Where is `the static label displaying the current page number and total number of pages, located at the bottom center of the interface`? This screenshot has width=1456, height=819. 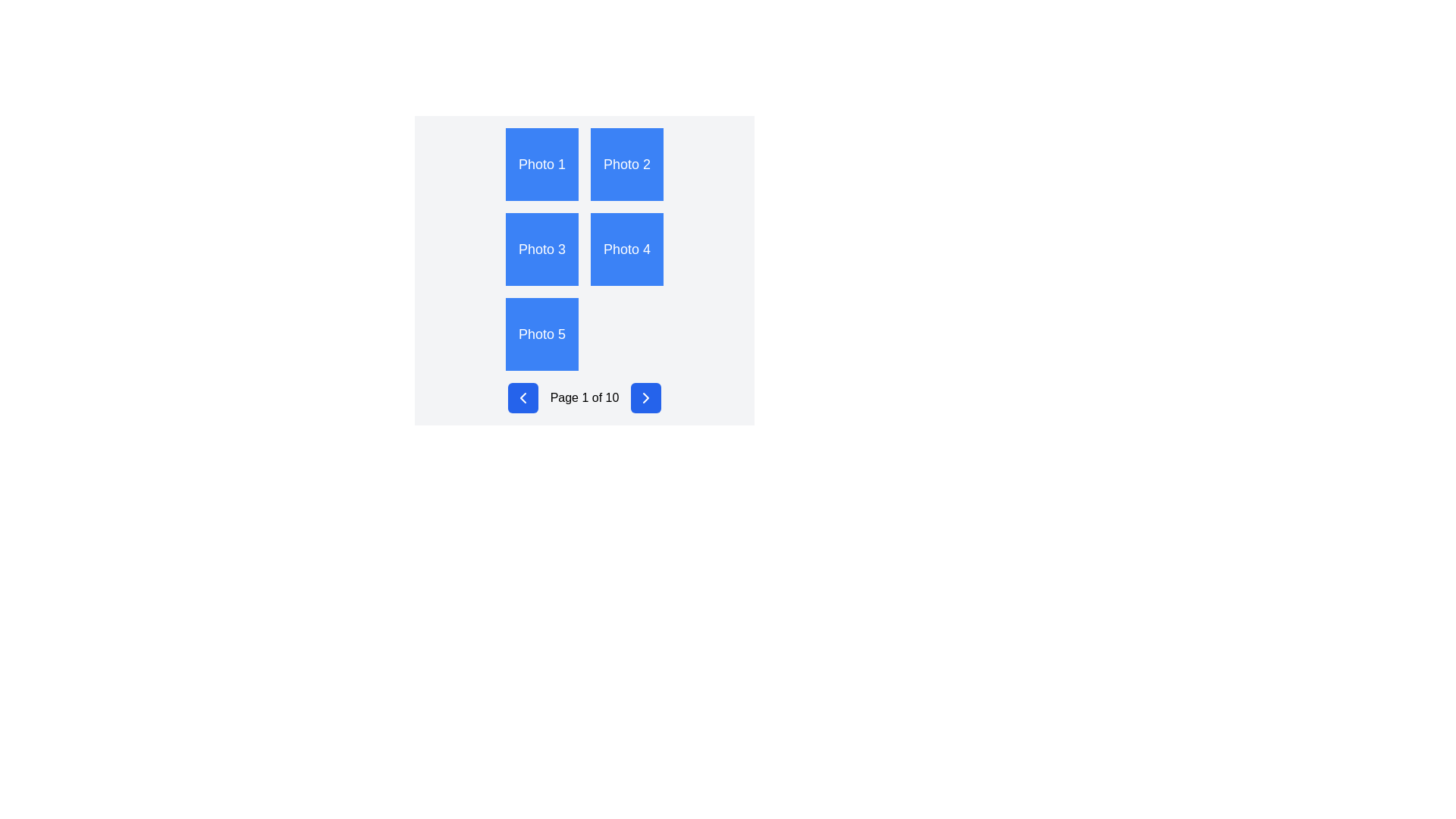 the static label displaying the current page number and total number of pages, located at the bottom center of the interface is located at coordinates (584, 397).